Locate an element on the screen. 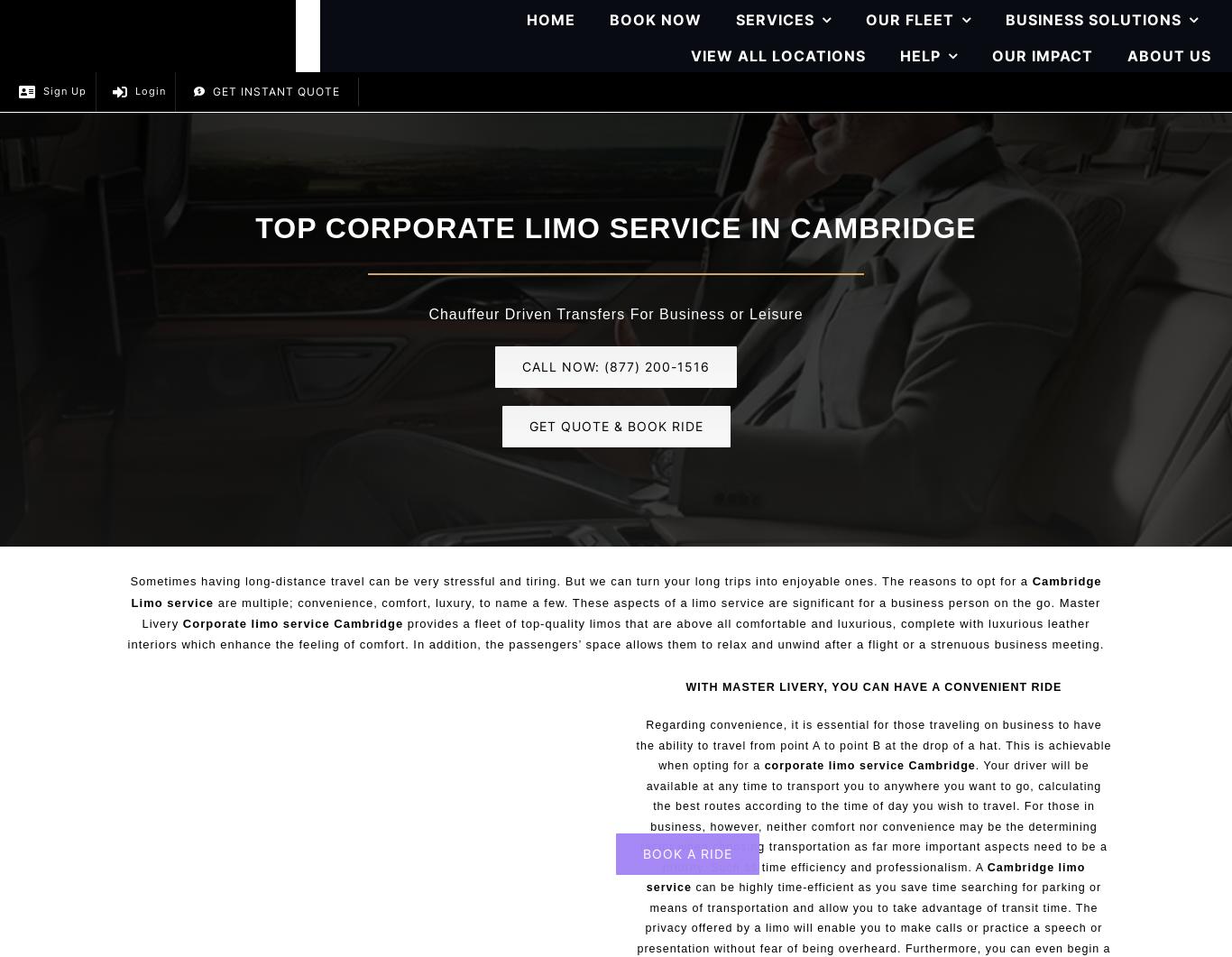 This screenshot has height=957, width=1232. 'Service Areas' is located at coordinates (1065, 320).